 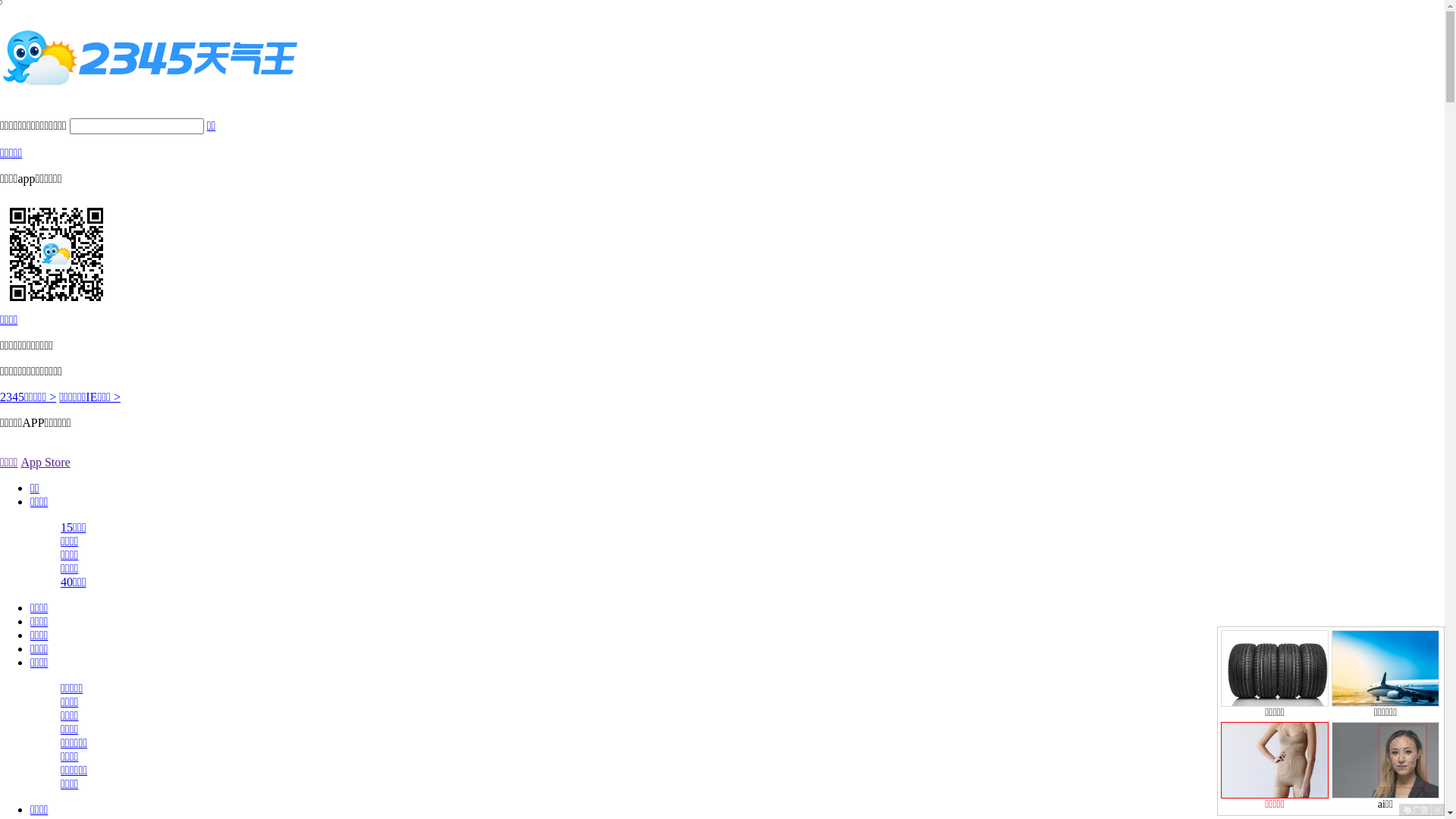 I want to click on 'App Store', so click(x=20, y=461).